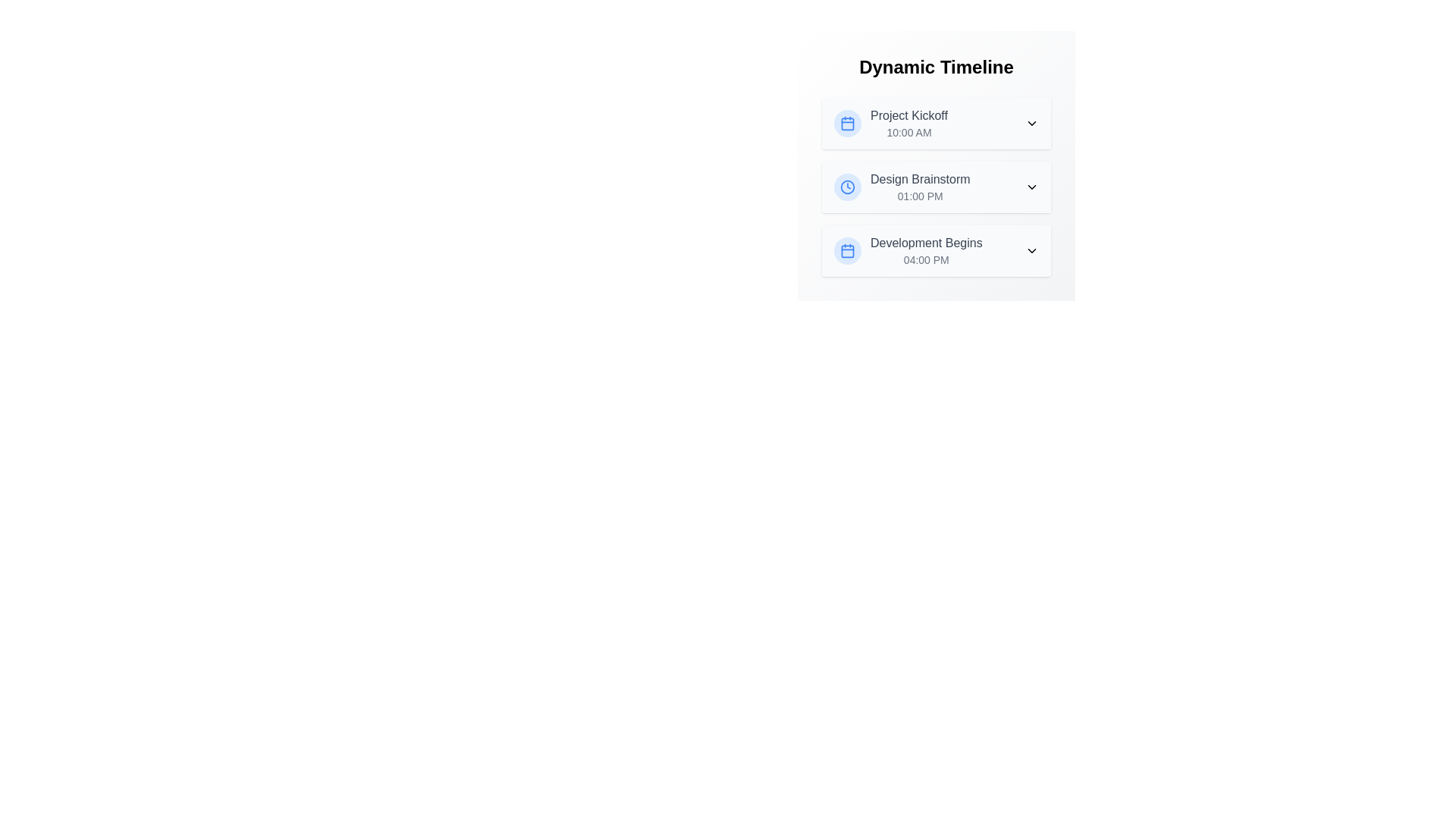 The width and height of the screenshot is (1456, 819). What do you see at coordinates (935, 186) in the screenshot?
I see `the text of the scheduled event titled 'Design Brainstorm' happening at '01:00 PM' displayed in the second item of the vertical list under the heading 'Dynamic Timeline'` at bounding box center [935, 186].